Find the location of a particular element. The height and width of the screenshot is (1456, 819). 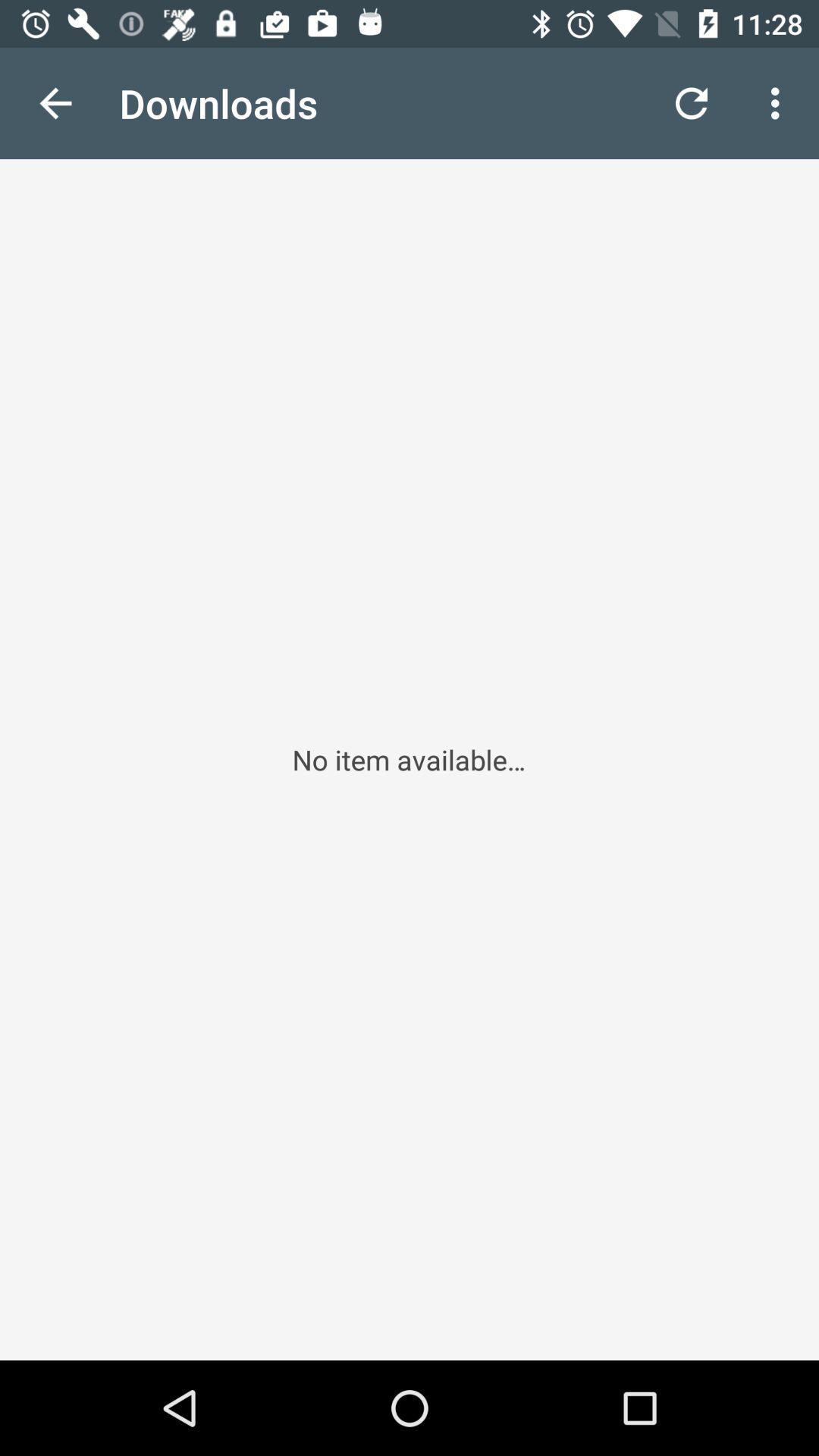

app next to downloads icon is located at coordinates (55, 102).